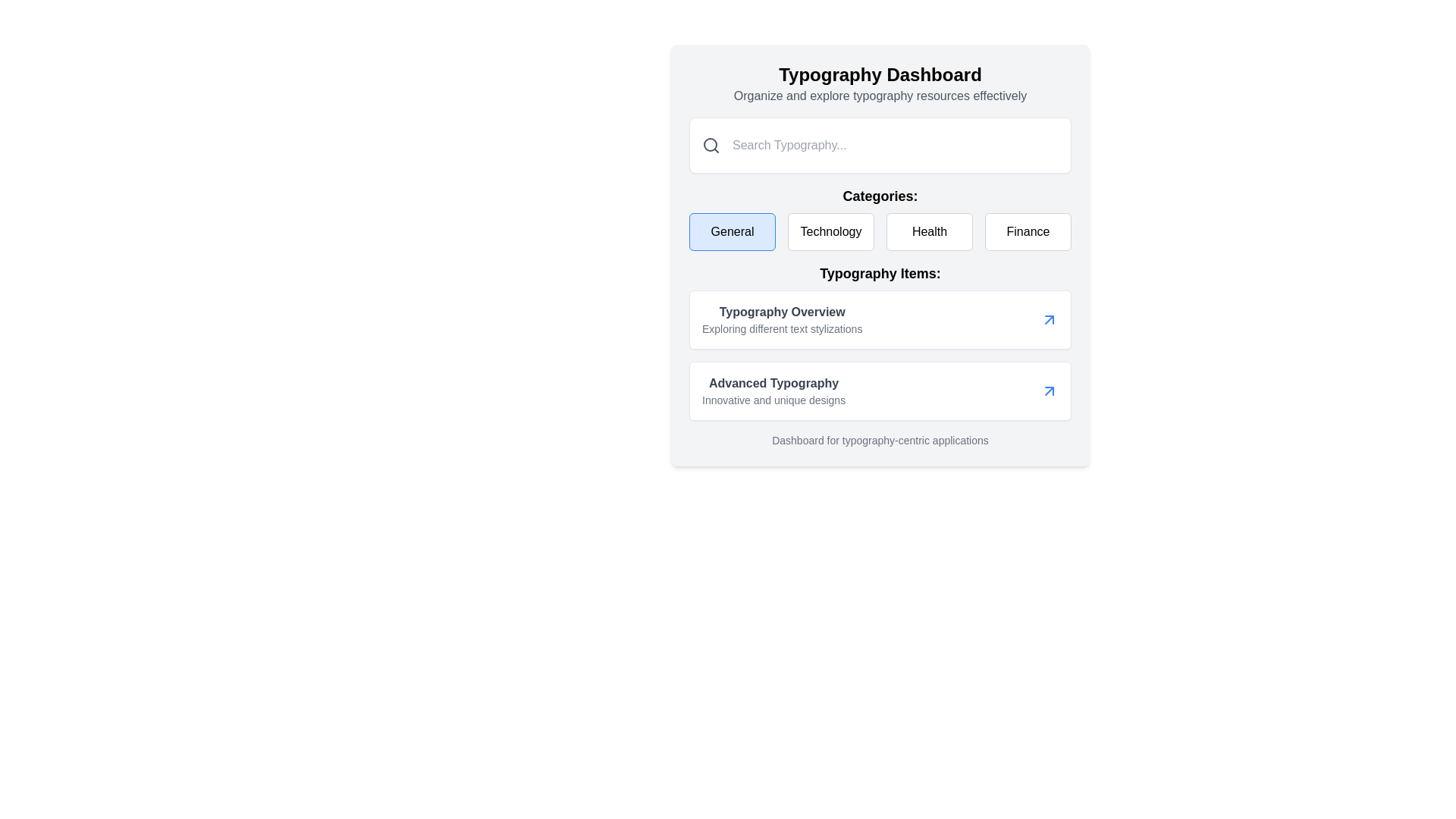 This screenshot has height=819, width=1456. I want to click on the text label that serves as the title for the second list item in the 'Typography Items' section, so click(773, 382).